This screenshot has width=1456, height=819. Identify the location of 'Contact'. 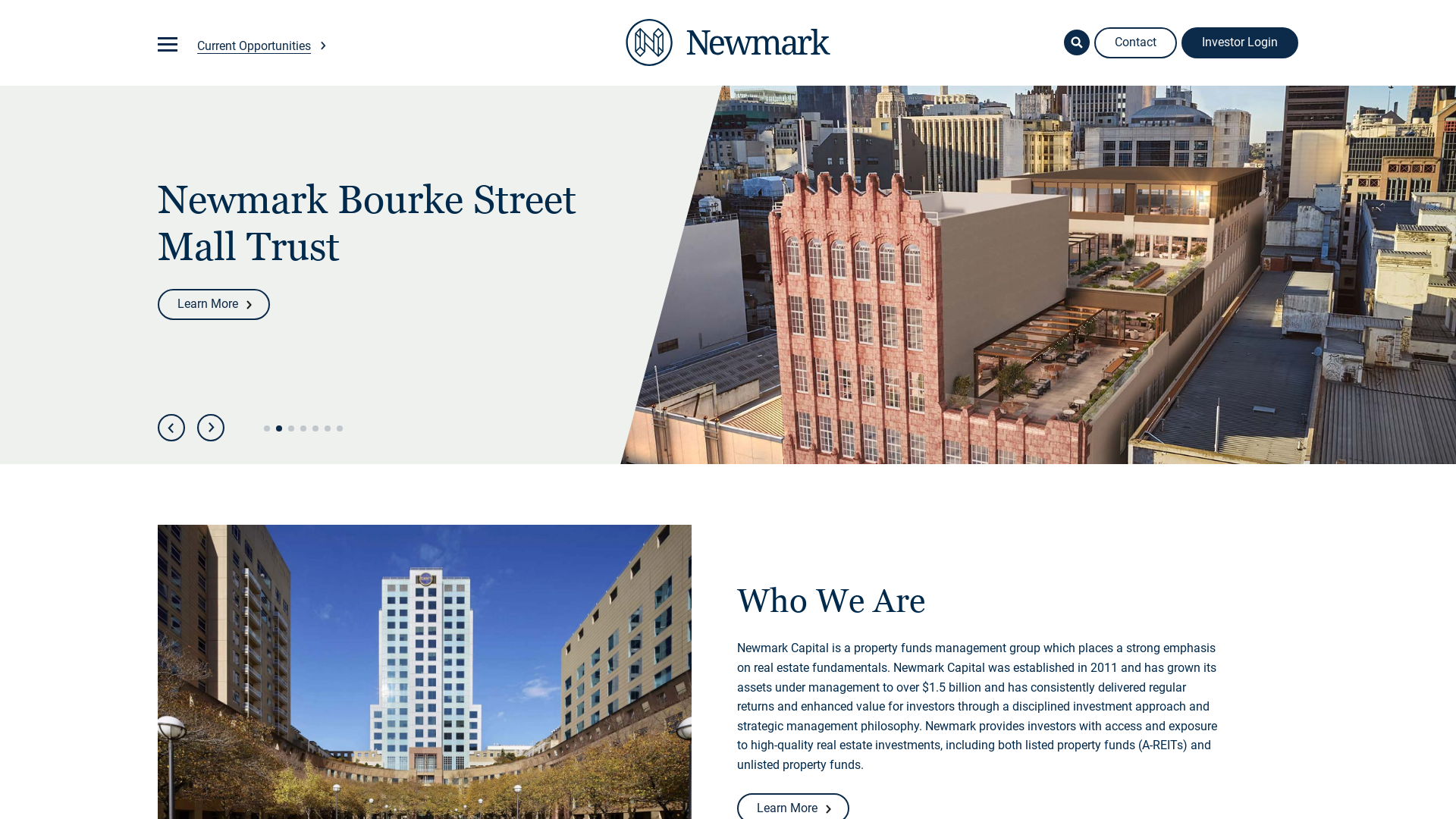
(1094, 42).